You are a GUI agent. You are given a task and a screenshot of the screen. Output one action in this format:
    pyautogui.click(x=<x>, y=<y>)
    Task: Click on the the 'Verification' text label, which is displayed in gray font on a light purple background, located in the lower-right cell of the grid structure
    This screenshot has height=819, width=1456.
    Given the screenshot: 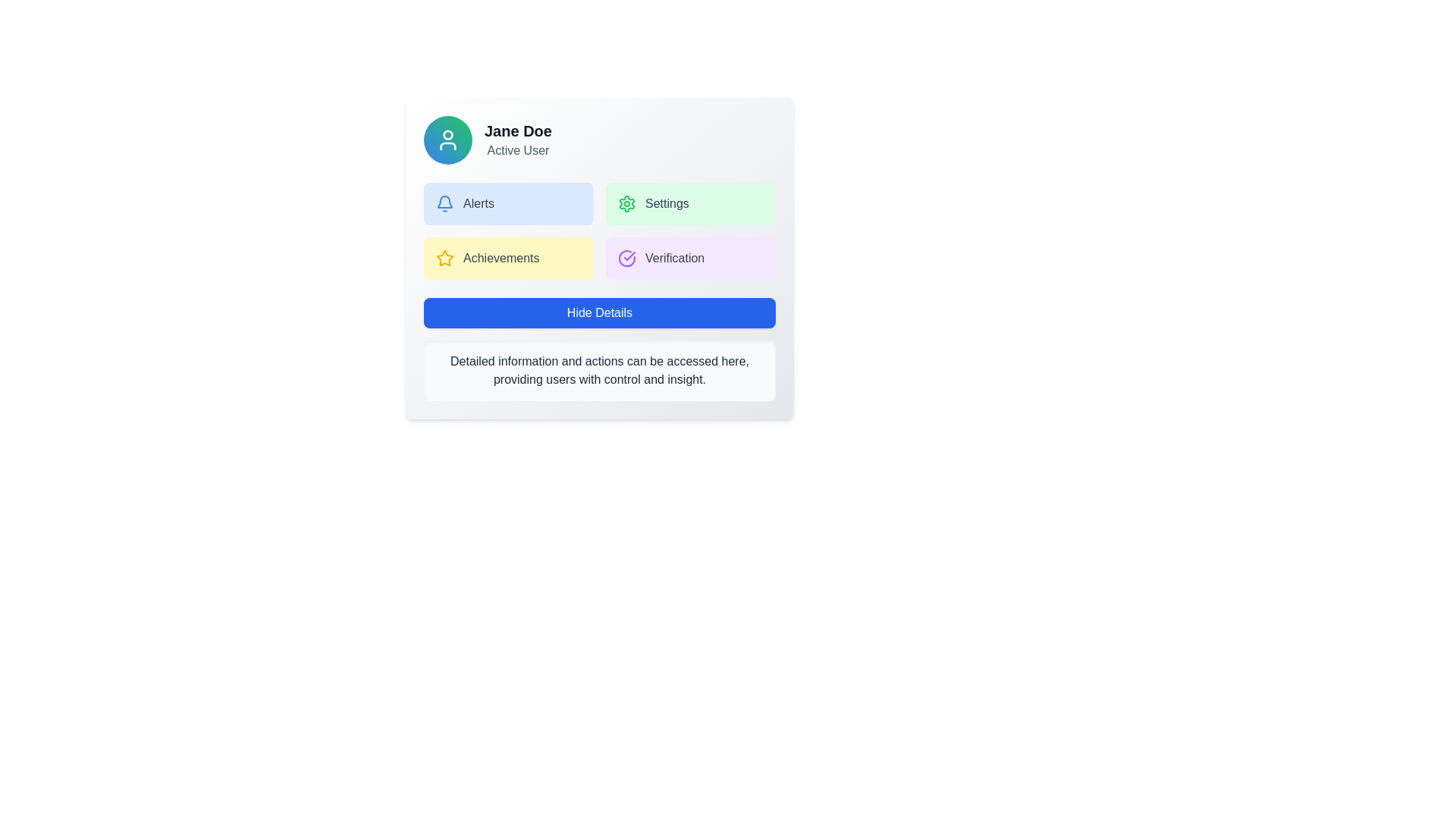 What is the action you would take?
    pyautogui.click(x=674, y=257)
    